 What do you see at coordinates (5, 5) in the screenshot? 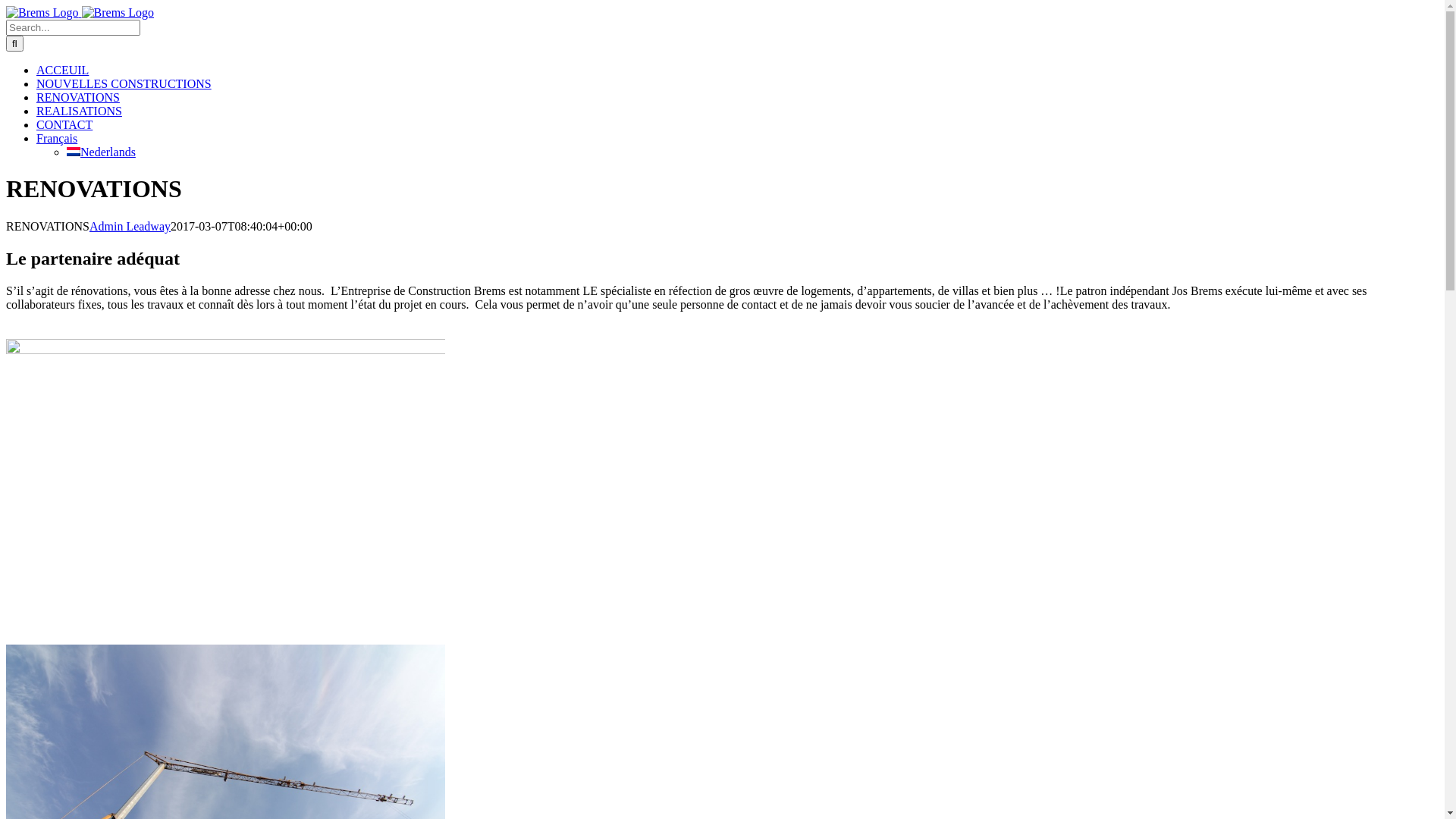
I see `'Skip to content'` at bounding box center [5, 5].